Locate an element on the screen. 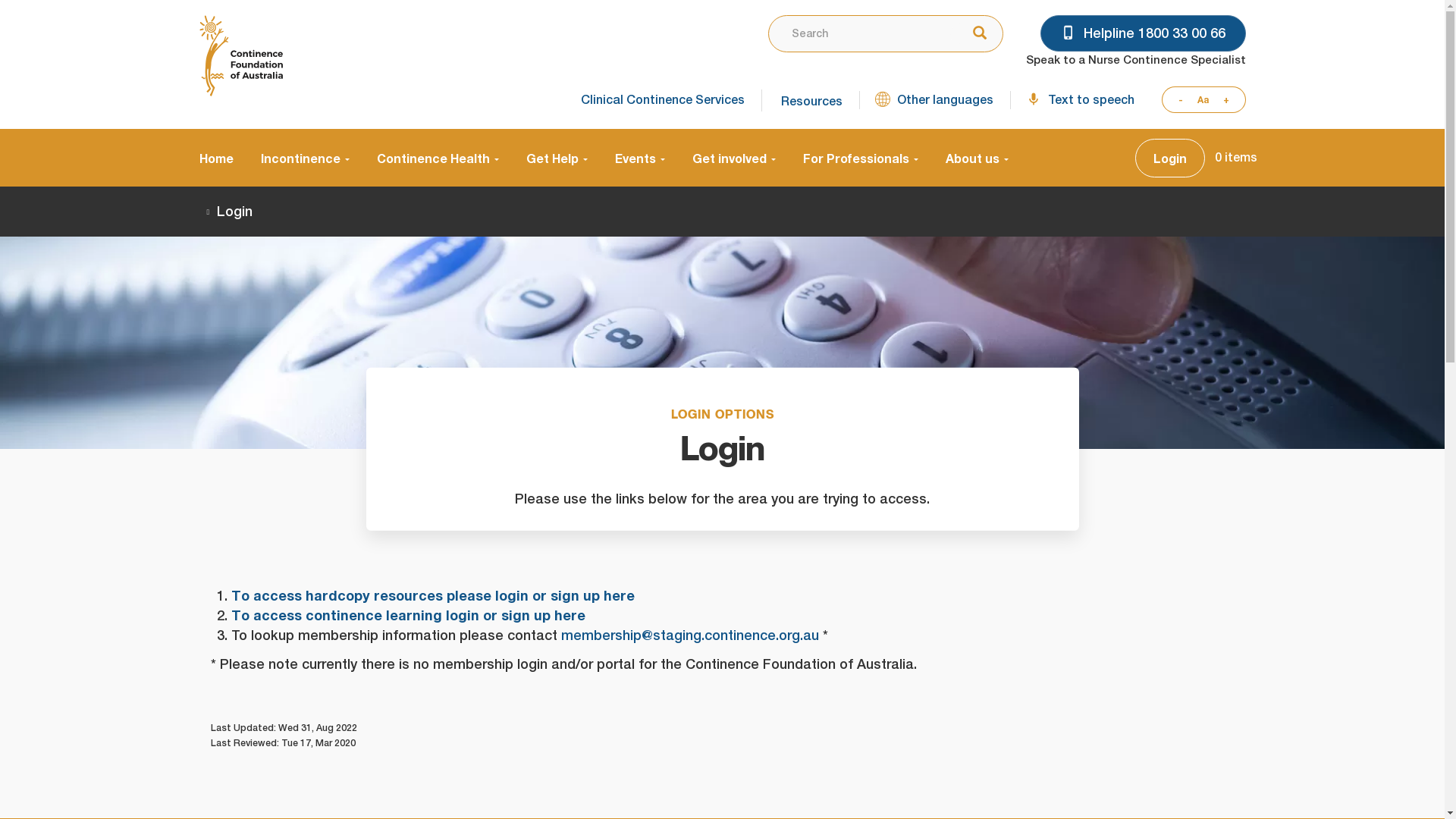  'Home' is located at coordinates (221, 158).